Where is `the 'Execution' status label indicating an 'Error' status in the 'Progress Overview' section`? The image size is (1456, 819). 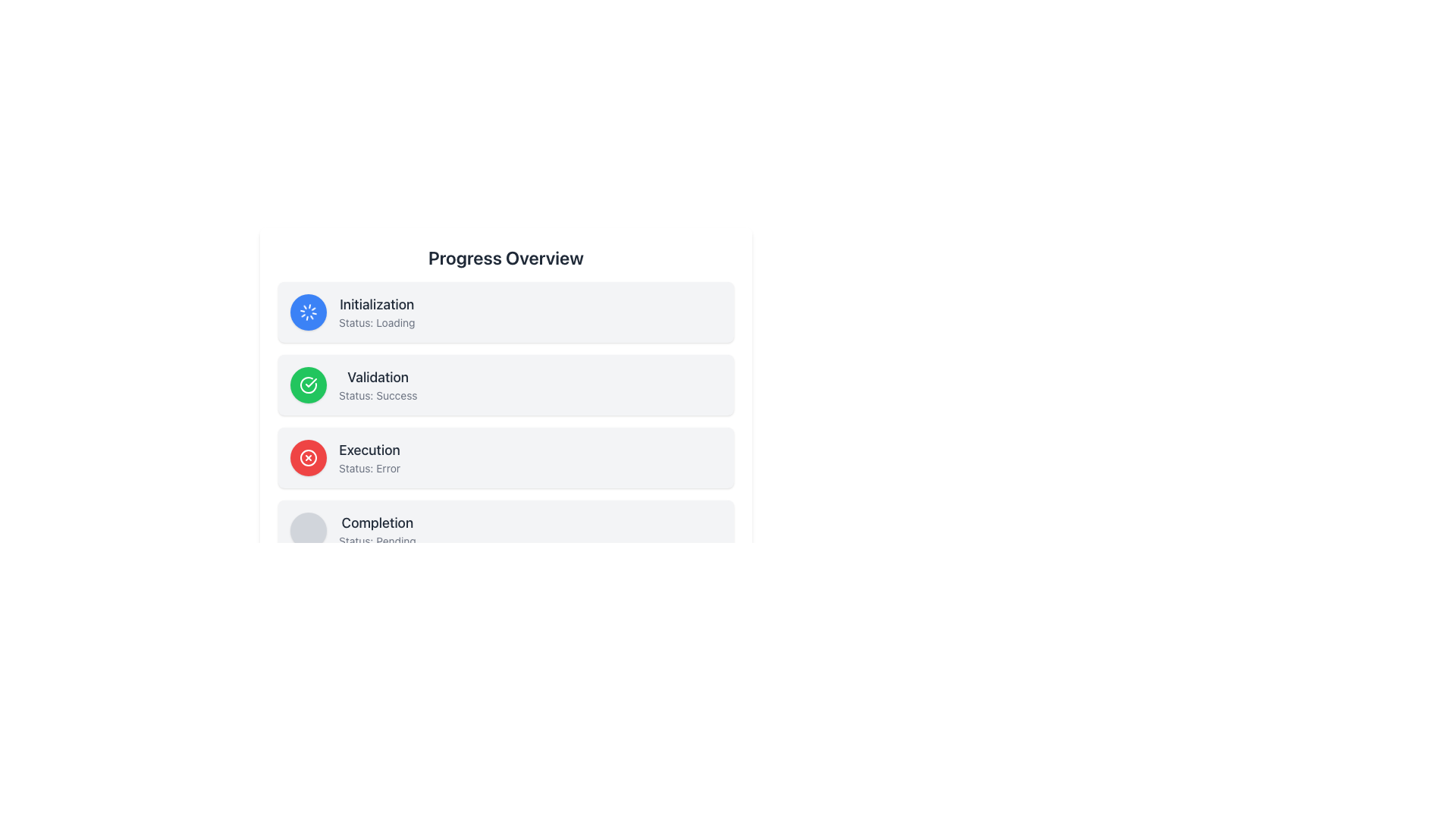 the 'Execution' status label indicating an 'Error' status in the 'Progress Overview' section is located at coordinates (369, 457).